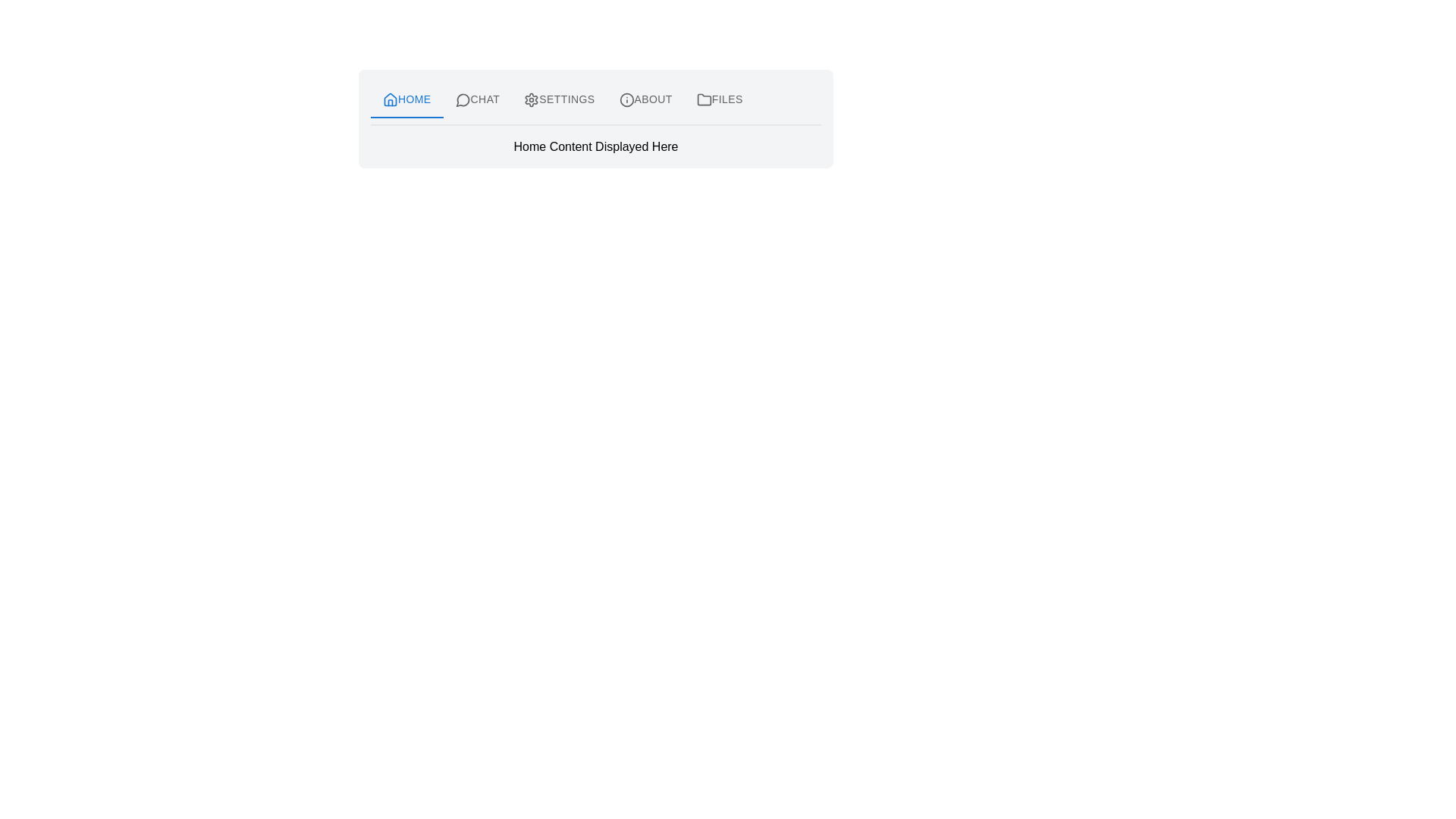 This screenshot has width=1456, height=819. What do you see at coordinates (406, 99) in the screenshot?
I see `the 'Home' tab located in the upper left quadrant of the navigation menu` at bounding box center [406, 99].